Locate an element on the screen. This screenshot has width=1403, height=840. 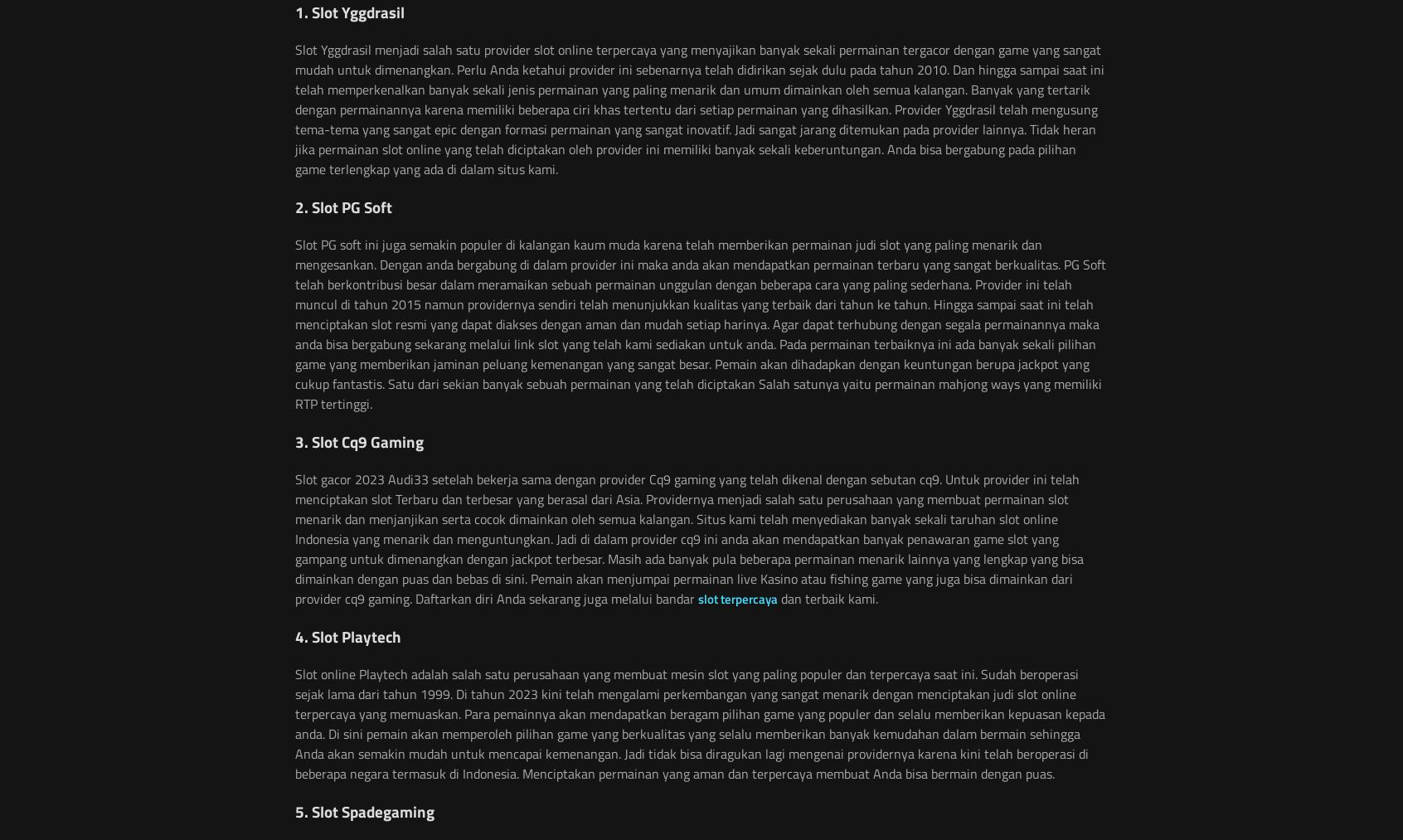
'Slot PG soft ini juga semakin populer di kalangan kaum muda karena telah memberikan permainan judi slot yang paling menarik dan mengesankan. Dengan anda bergabung di dalam provider ini maka anda akan mendapatkan permainan terbaru yang sangat berkualitas. PG Soft telah berkontribusi besar dalam meramaikan sebuah permainan unggulan dengan beberapa cara yang paling sederhana. Provider ini telah muncul di tahun 2015 namun providernya sendiri telah menunjukkan kualitas yang terbaik dari tahun ke tahun. Hingga sampai saat ini telah menciptakan slot resmi yang dapat diakses dengan aman dan mudah setiap harinya. Agar dapat terhubung dengan segala permainannya maka anda bisa bergabung sekarang melalui link slot yang telah kami sediakan untuk anda. Pada permainan terbaiknya ini ada banyak sekali pilihan game yang memberikan jaminan peluang kemenangan yang sangat besar. Pemain akan dihadapkan dengan keuntungan berupa jackpot yang cukup fantastis. Satu dari sekian banyak sebuah permainan yang telah diciptakan Salah satunya yaitu permainan mahjong ways yang memiliki RTP tertinggi.' is located at coordinates (294, 323).